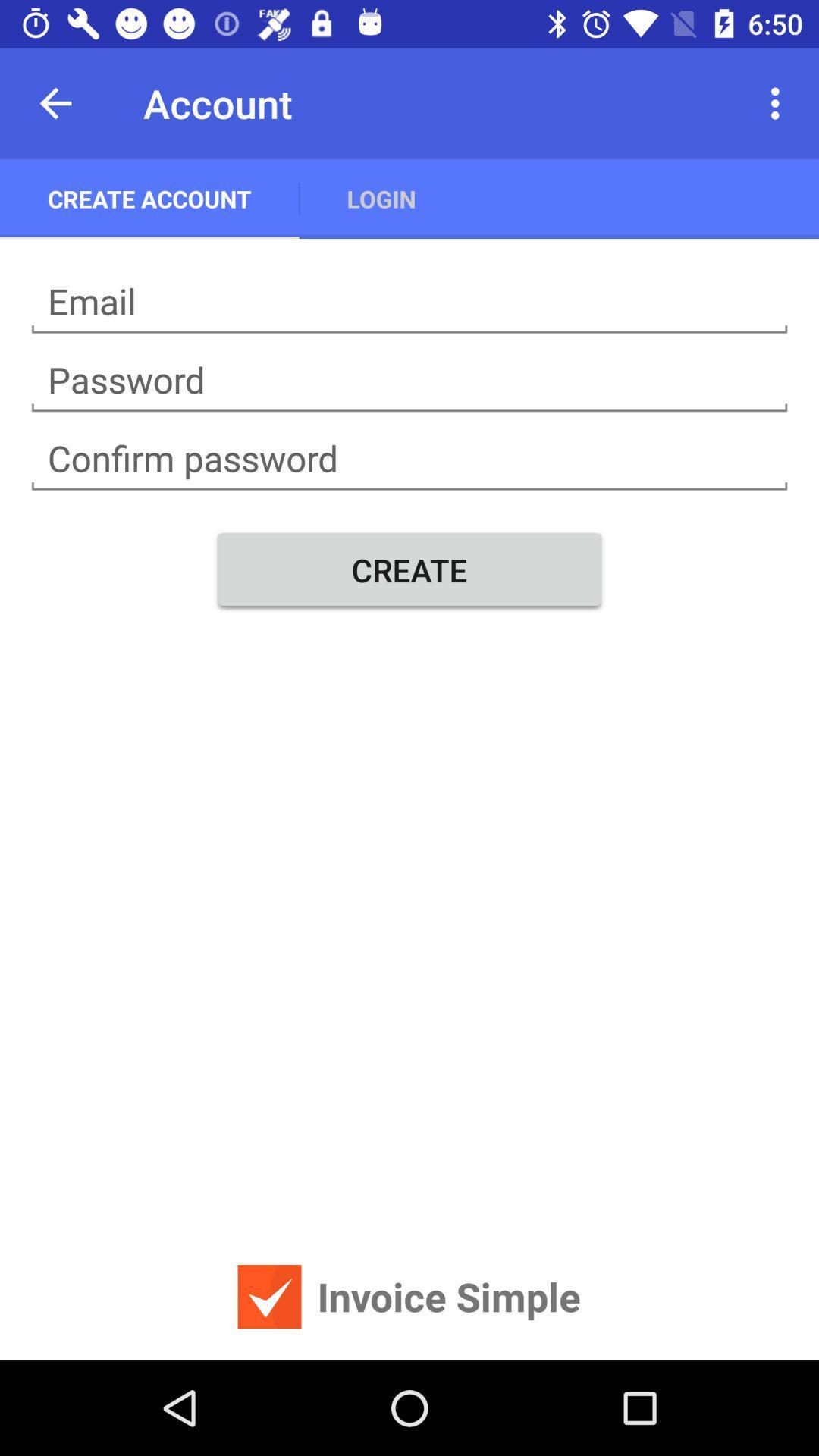  I want to click on item to the right of login app, so click(779, 102).